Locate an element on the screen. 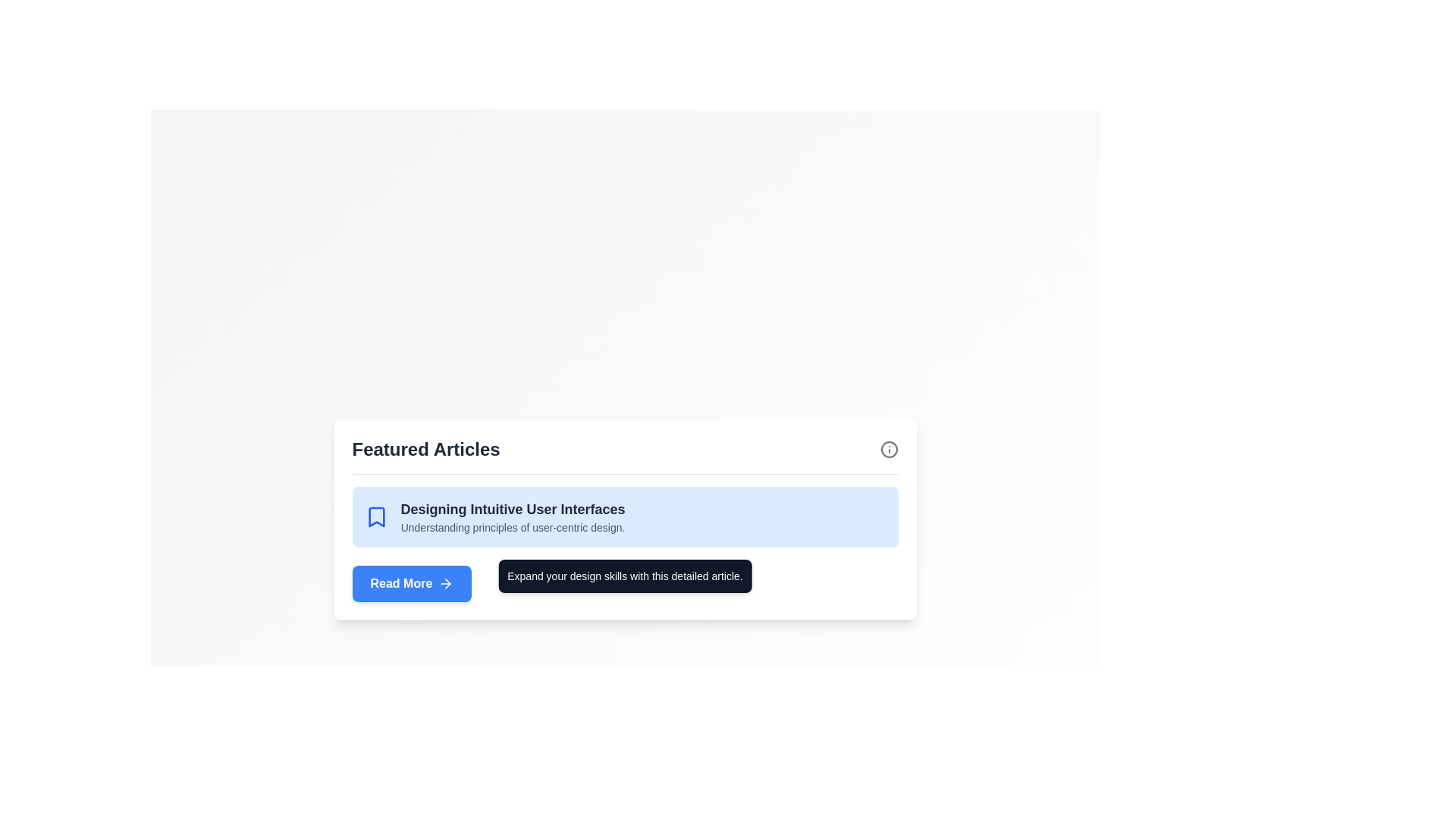 This screenshot has height=819, width=1456. the text element displaying 'Designing Intuitive User Interfaces' is located at coordinates (513, 509).